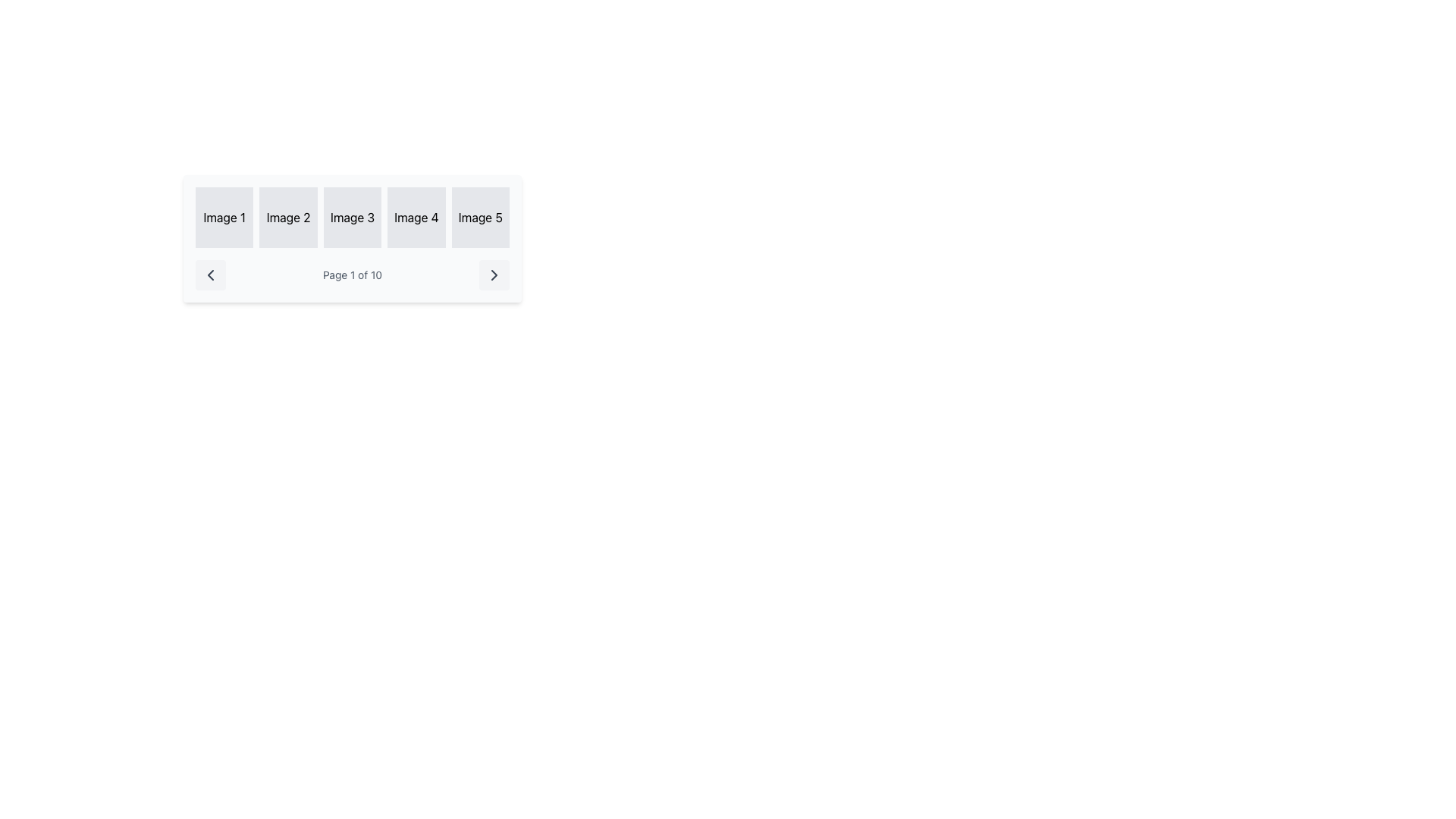 The image size is (1456, 819). What do you see at coordinates (210, 275) in the screenshot?
I see `the left-facing chevron icon within the rounded button located at the bottom left of the carousel` at bounding box center [210, 275].